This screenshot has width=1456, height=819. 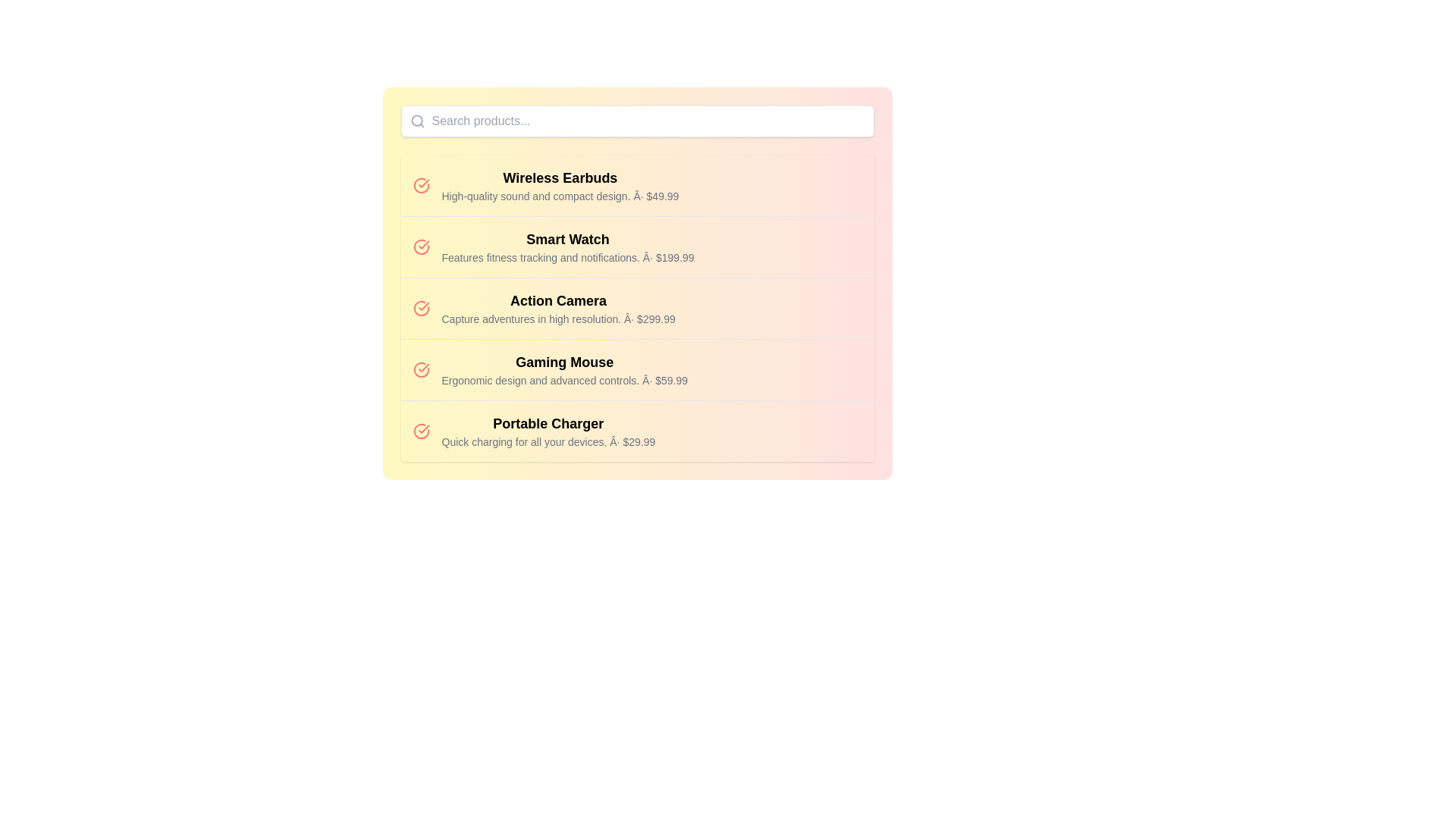 What do you see at coordinates (560, 177) in the screenshot?
I see `the text label that contains 'Wireless Earbuds' in bold, large font for reading` at bounding box center [560, 177].